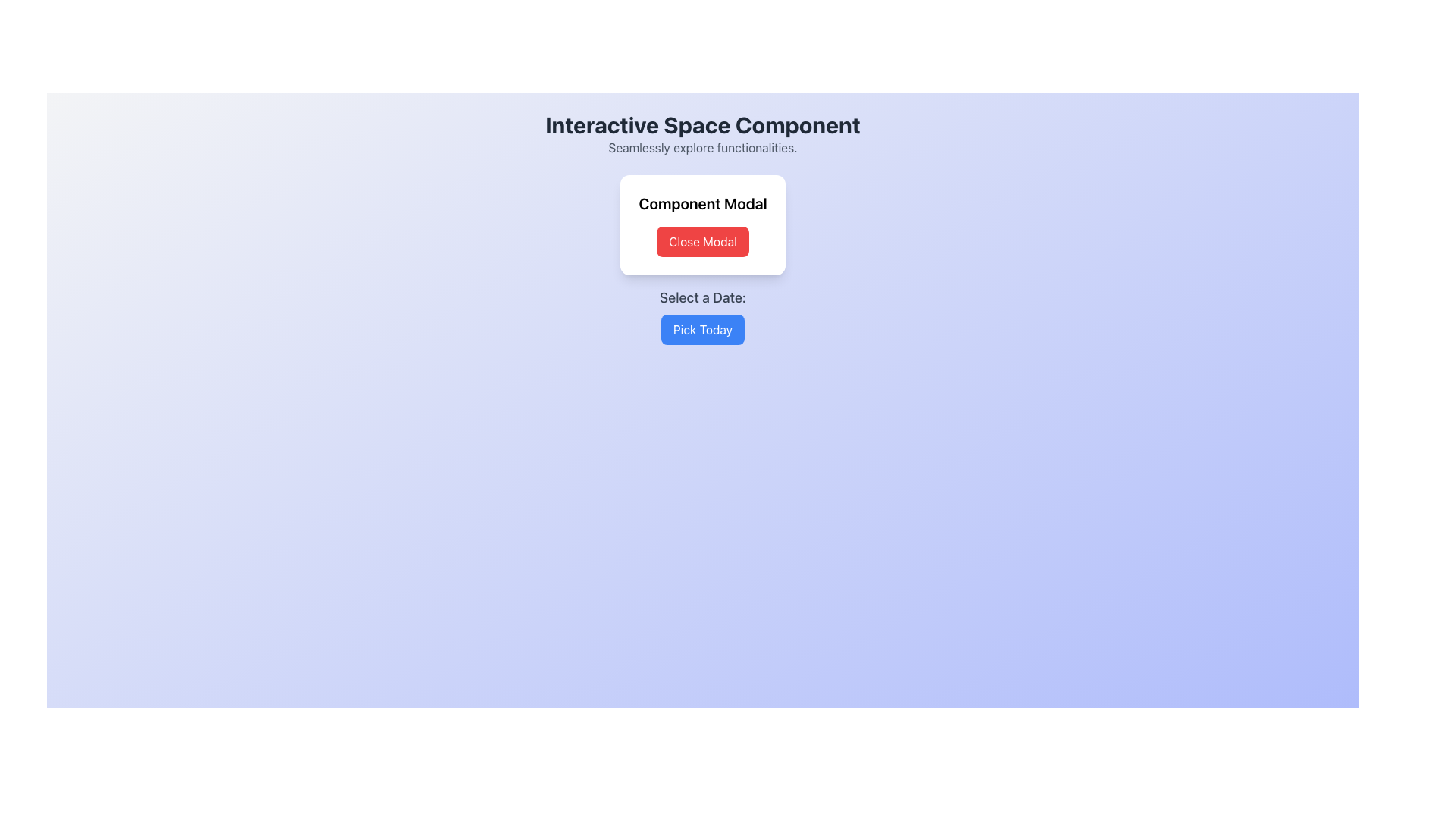 Image resolution: width=1456 pixels, height=819 pixels. What do you see at coordinates (701, 329) in the screenshot?
I see `the button positioned below the label 'Select a Date:'` at bounding box center [701, 329].